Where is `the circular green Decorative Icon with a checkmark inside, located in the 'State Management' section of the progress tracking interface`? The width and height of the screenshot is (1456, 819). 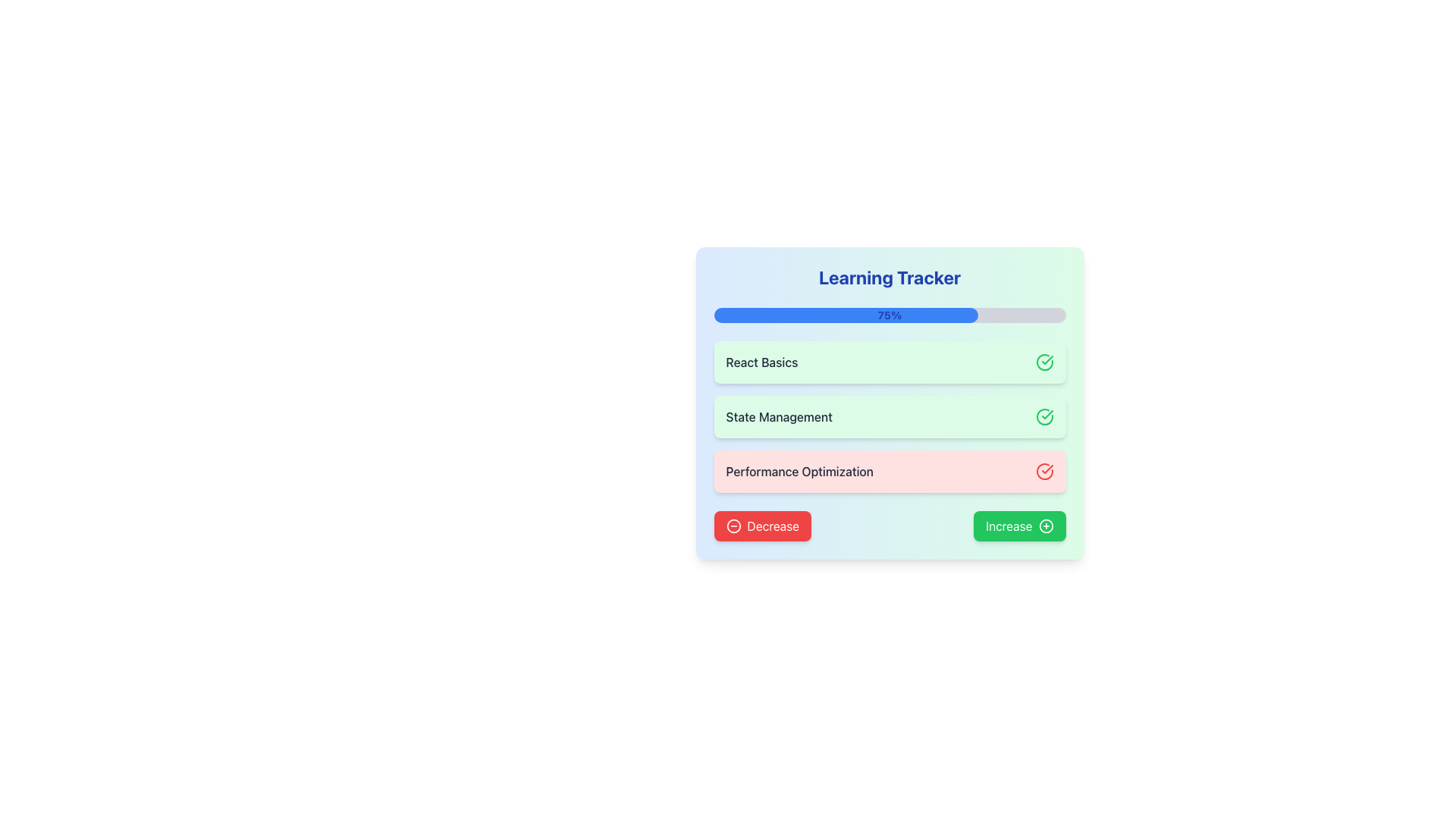 the circular green Decorative Icon with a checkmark inside, located in the 'State Management' section of the progress tracking interface is located at coordinates (1043, 417).